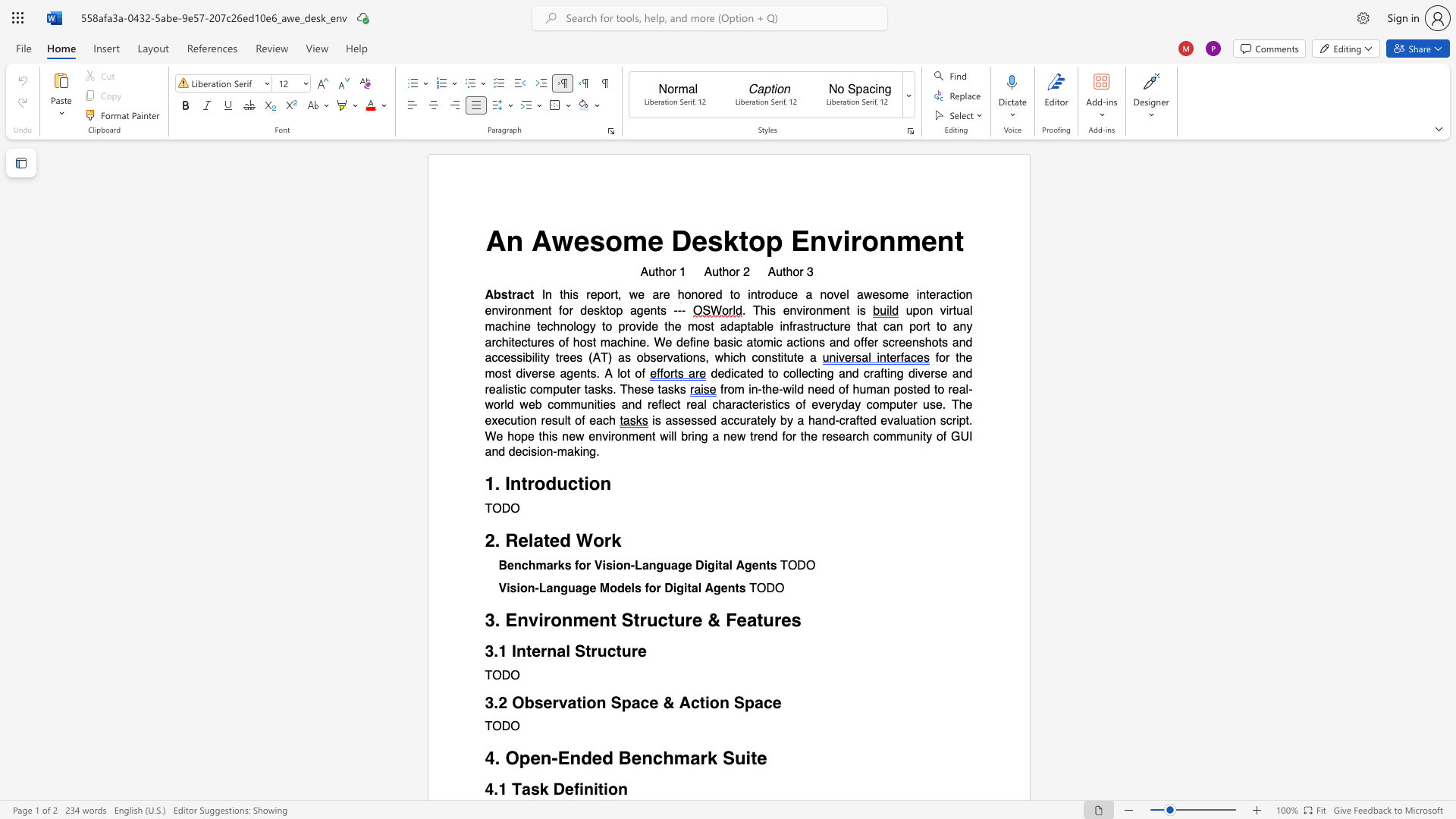 This screenshot has height=819, width=1456. Describe the element at coordinates (831, 436) in the screenshot. I see `the space between the continuous character "e" and "s" in the text` at that location.